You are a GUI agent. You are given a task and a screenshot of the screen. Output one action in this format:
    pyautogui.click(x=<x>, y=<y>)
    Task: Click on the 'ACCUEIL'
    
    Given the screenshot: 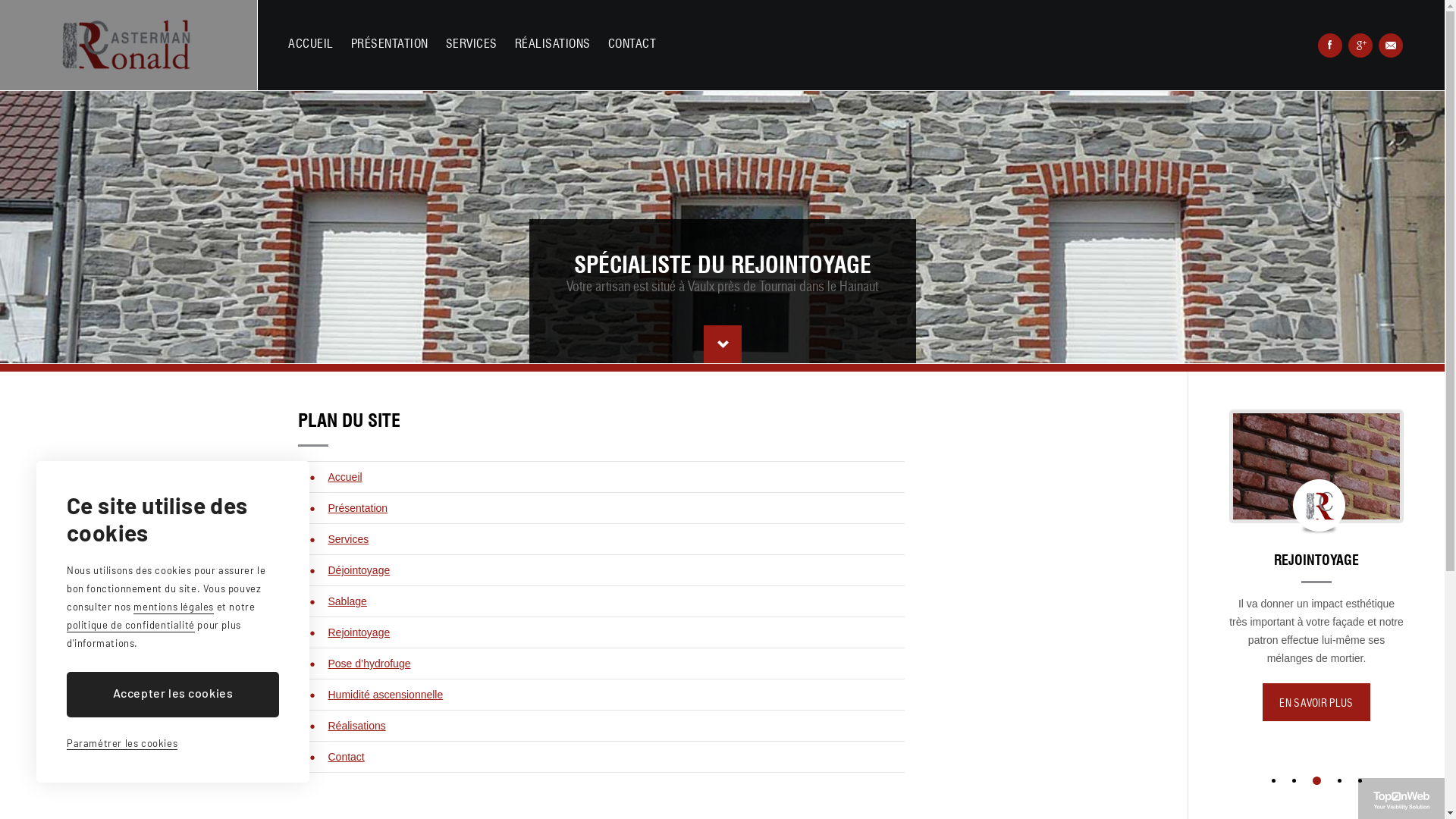 What is the action you would take?
    pyautogui.click(x=309, y=43)
    